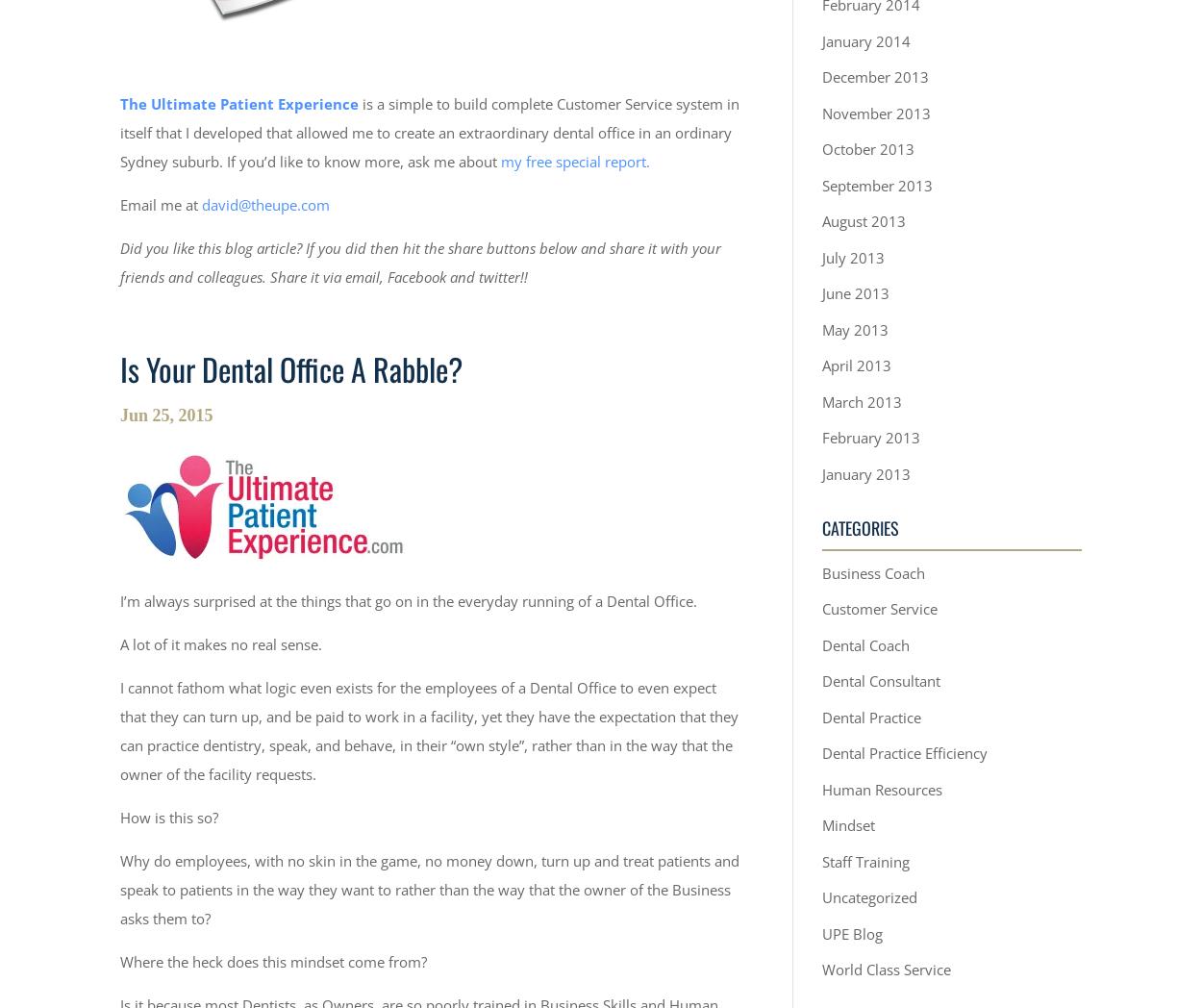 The image size is (1202, 1008). What do you see at coordinates (866, 39) in the screenshot?
I see `'January 2014'` at bounding box center [866, 39].